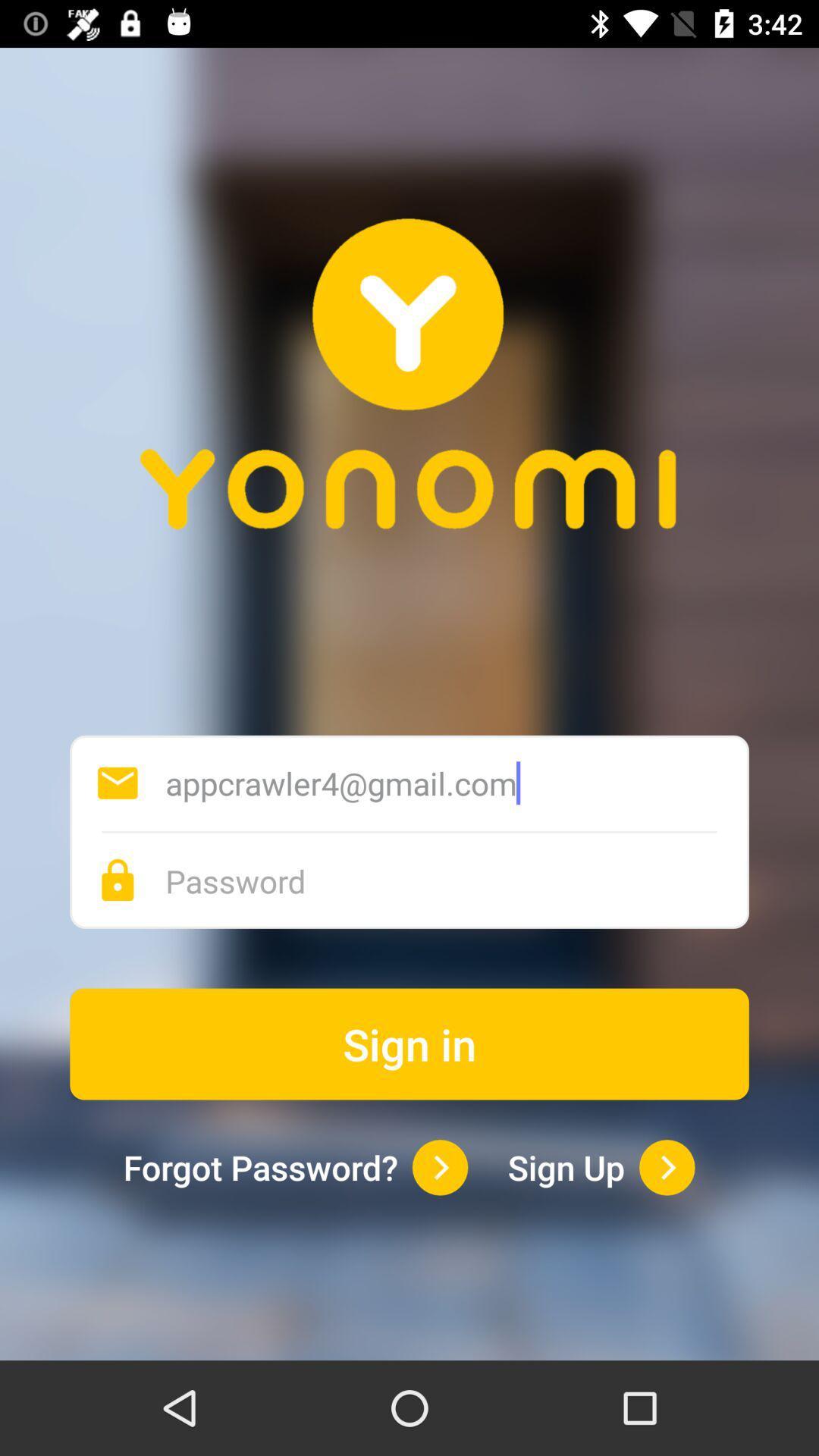 This screenshot has width=819, height=1456. What do you see at coordinates (666, 1166) in the screenshot?
I see `sign up` at bounding box center [666, 1166].